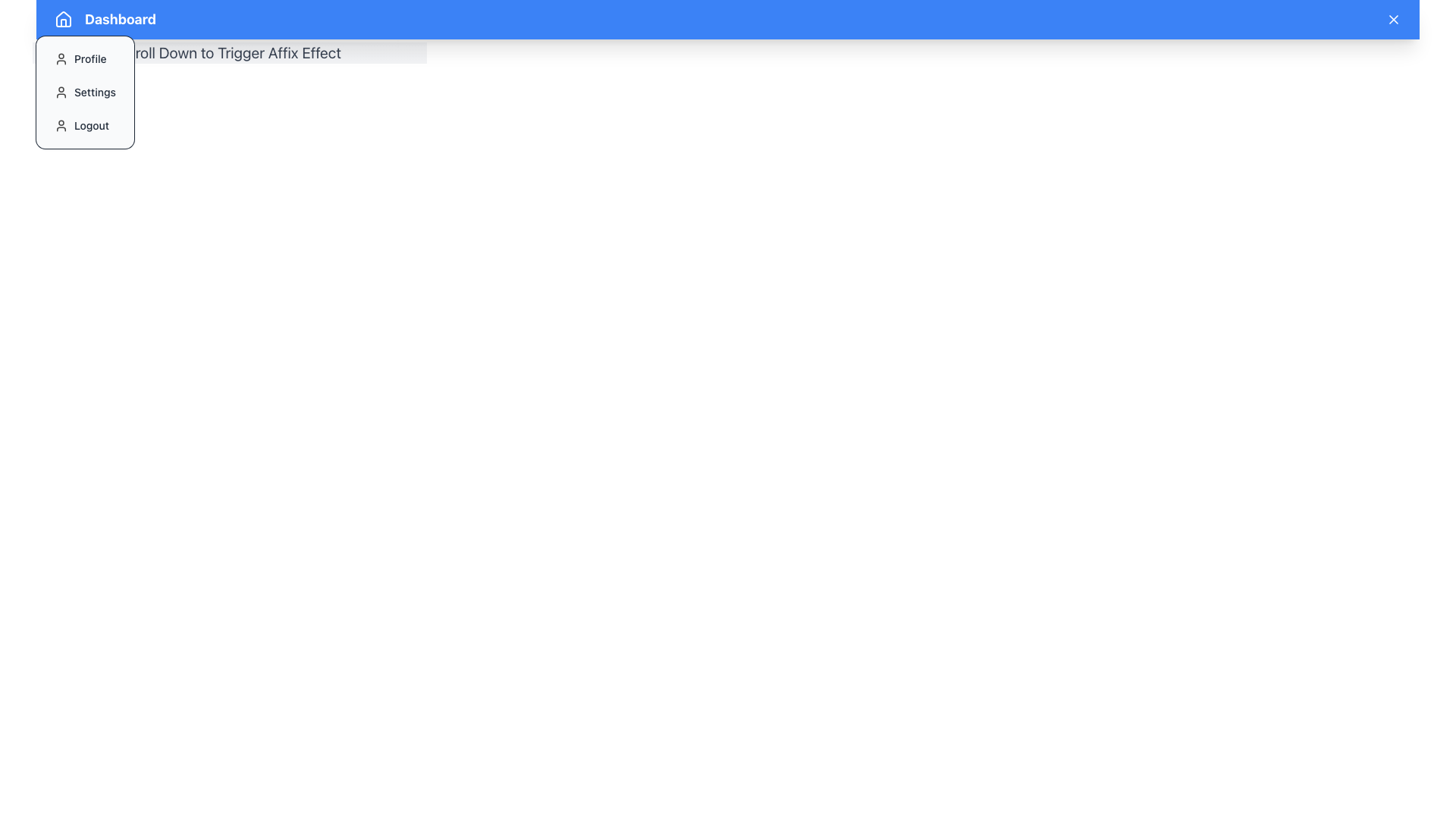  Describe the element at coordinates (61, 58) in the screenshot. I see `the user profile icon, which is a small SVG graphic located to the left of the 'Profile' menu item in the vertical dropdown menu` at that location.